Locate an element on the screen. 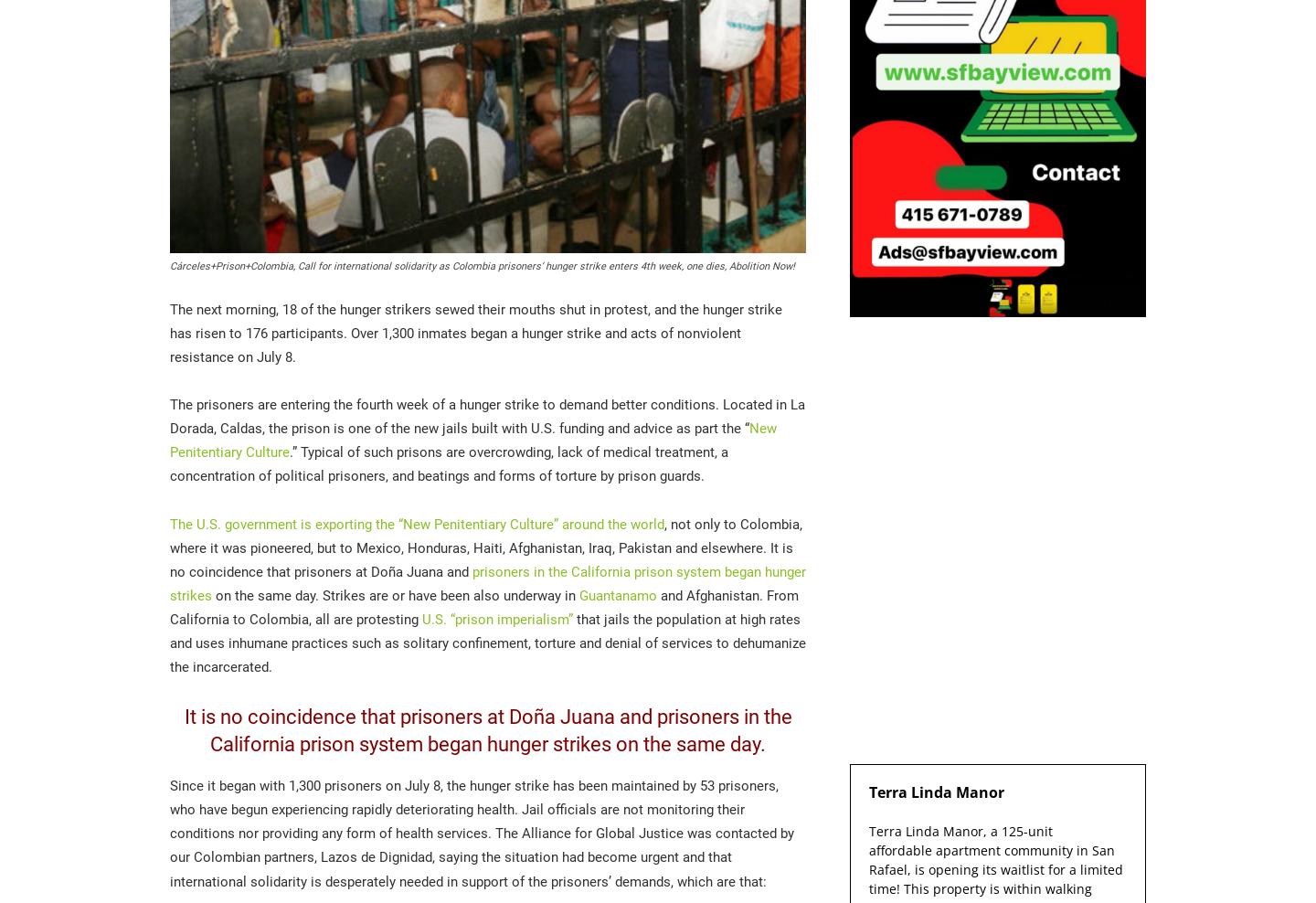 Image resolution: width=1316 pixels, height=903 pixels. ', not only to Colombia, where it was pioneered, but to Mexico, Honduras, Haiti, Afghanistan, Iraq, Pakistan and elsewhere. It is no coincidence that prisoners at Doña Juana and' is located at coordinates (170, 547).